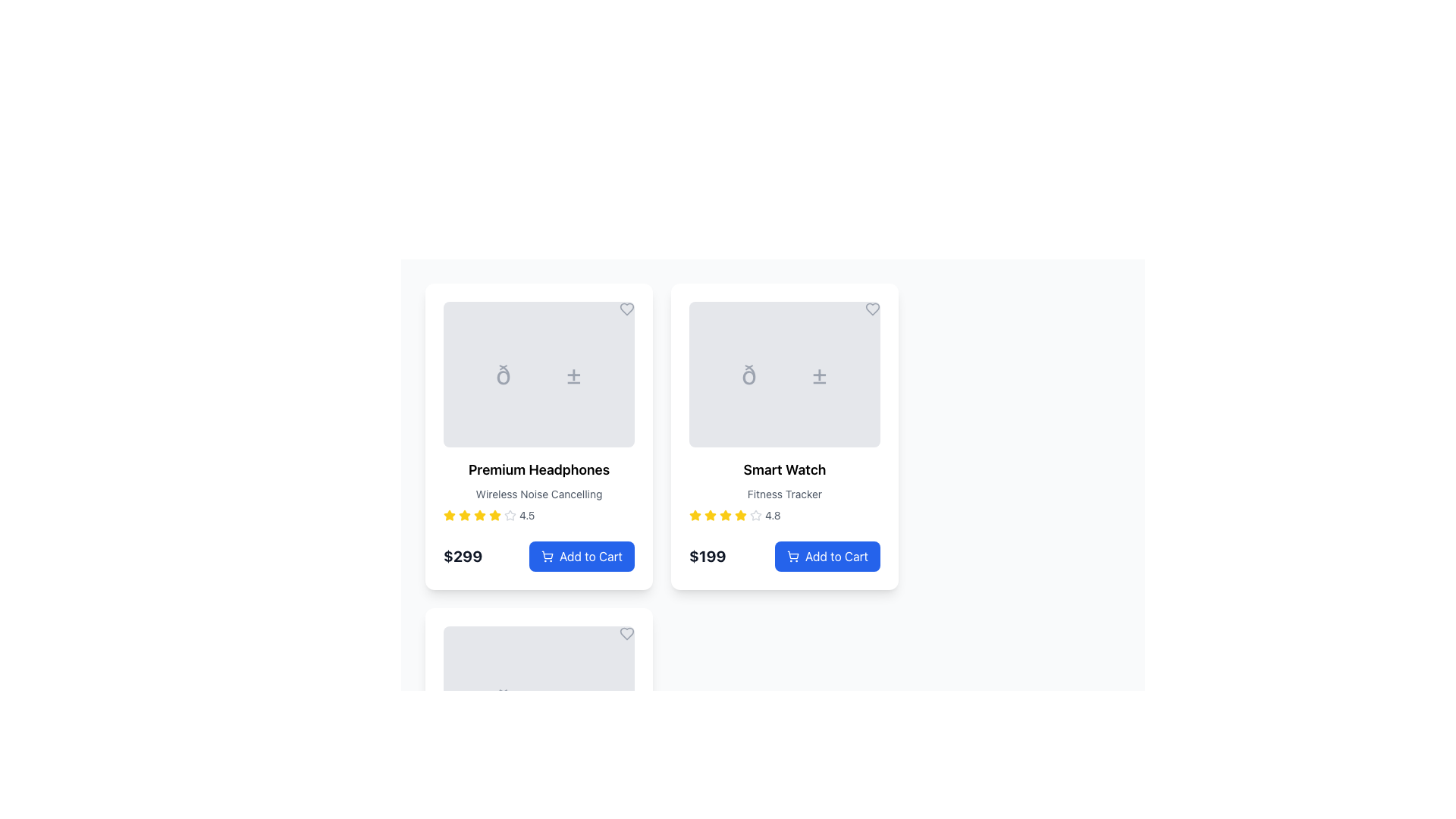 Image resolution: width=1456 pixels, height=819 pixels. I want to click on the middle star icon representing a 4.8-star rating in the rating section of the 'Smart Watch' product card, so click(694, 514).